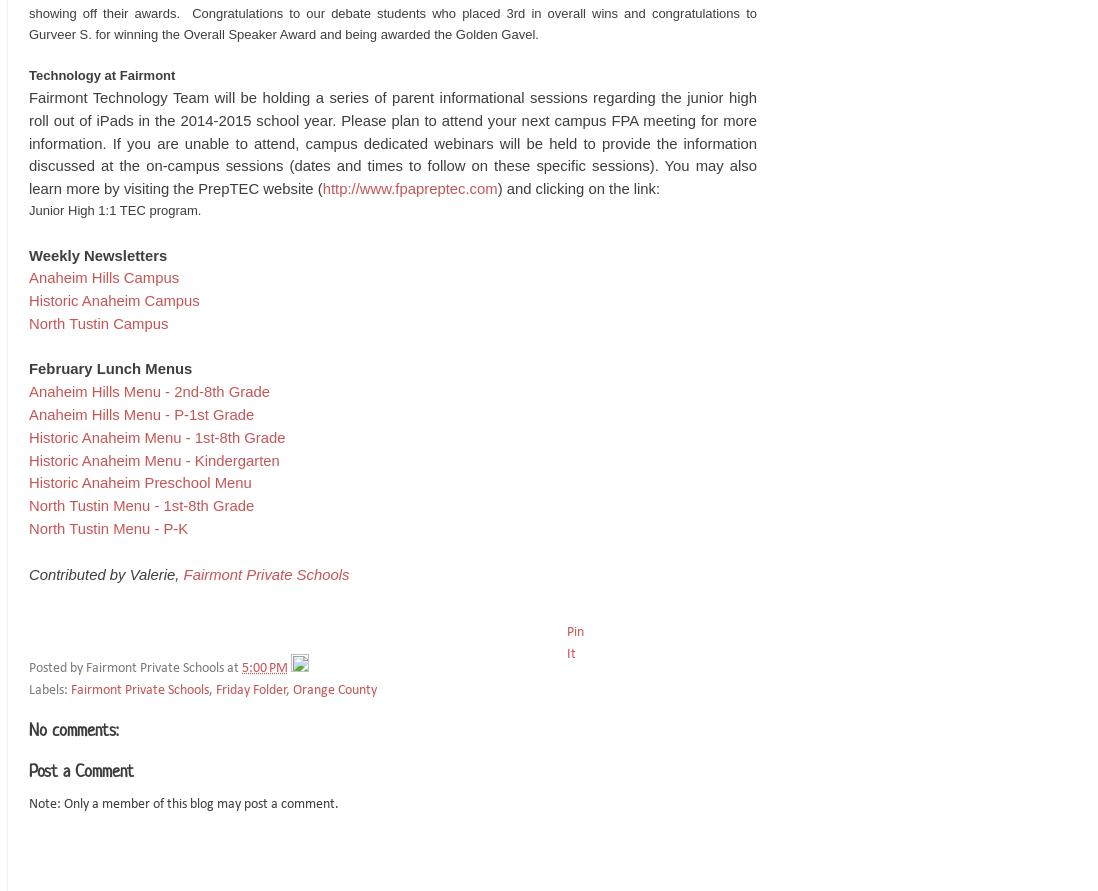  I want to click on 'Contributed by Valerie,', so click(105, 573).